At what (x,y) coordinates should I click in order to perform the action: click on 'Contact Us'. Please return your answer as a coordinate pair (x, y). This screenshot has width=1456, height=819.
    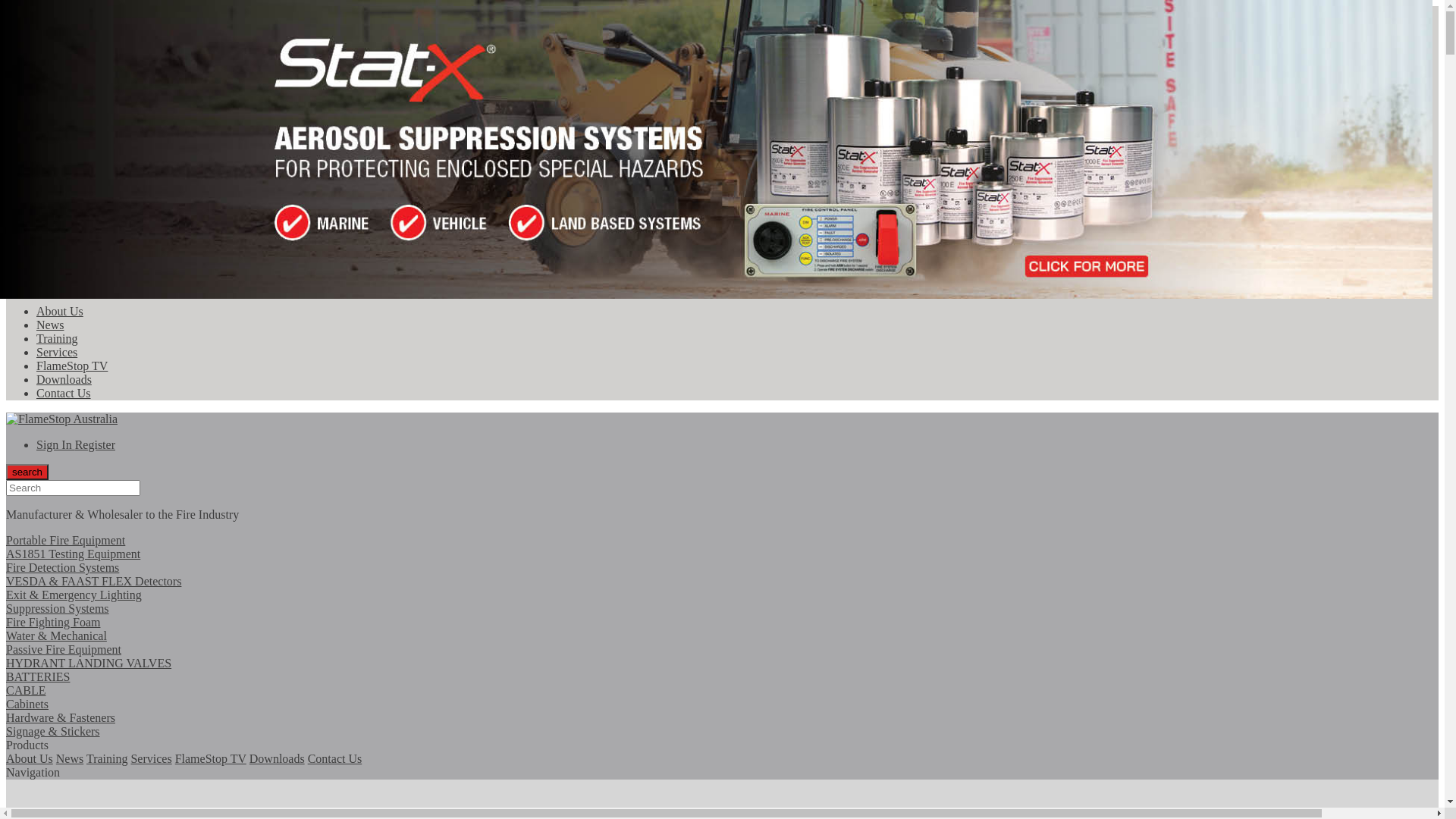
    Looking at the image, I should click on (334, 758).